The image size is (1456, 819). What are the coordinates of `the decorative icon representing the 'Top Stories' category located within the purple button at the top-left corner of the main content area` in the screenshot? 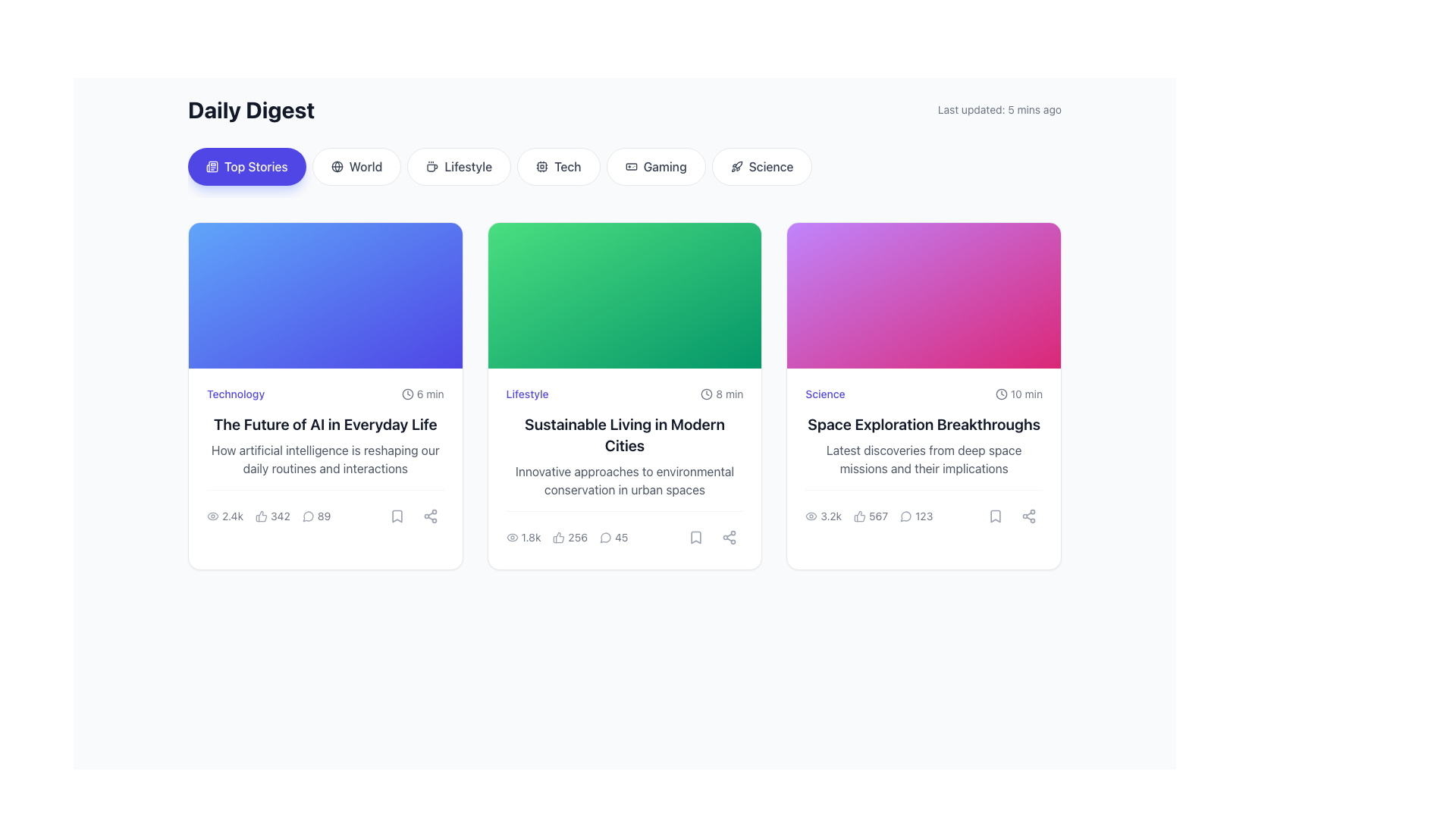 It's located at (211, 166).